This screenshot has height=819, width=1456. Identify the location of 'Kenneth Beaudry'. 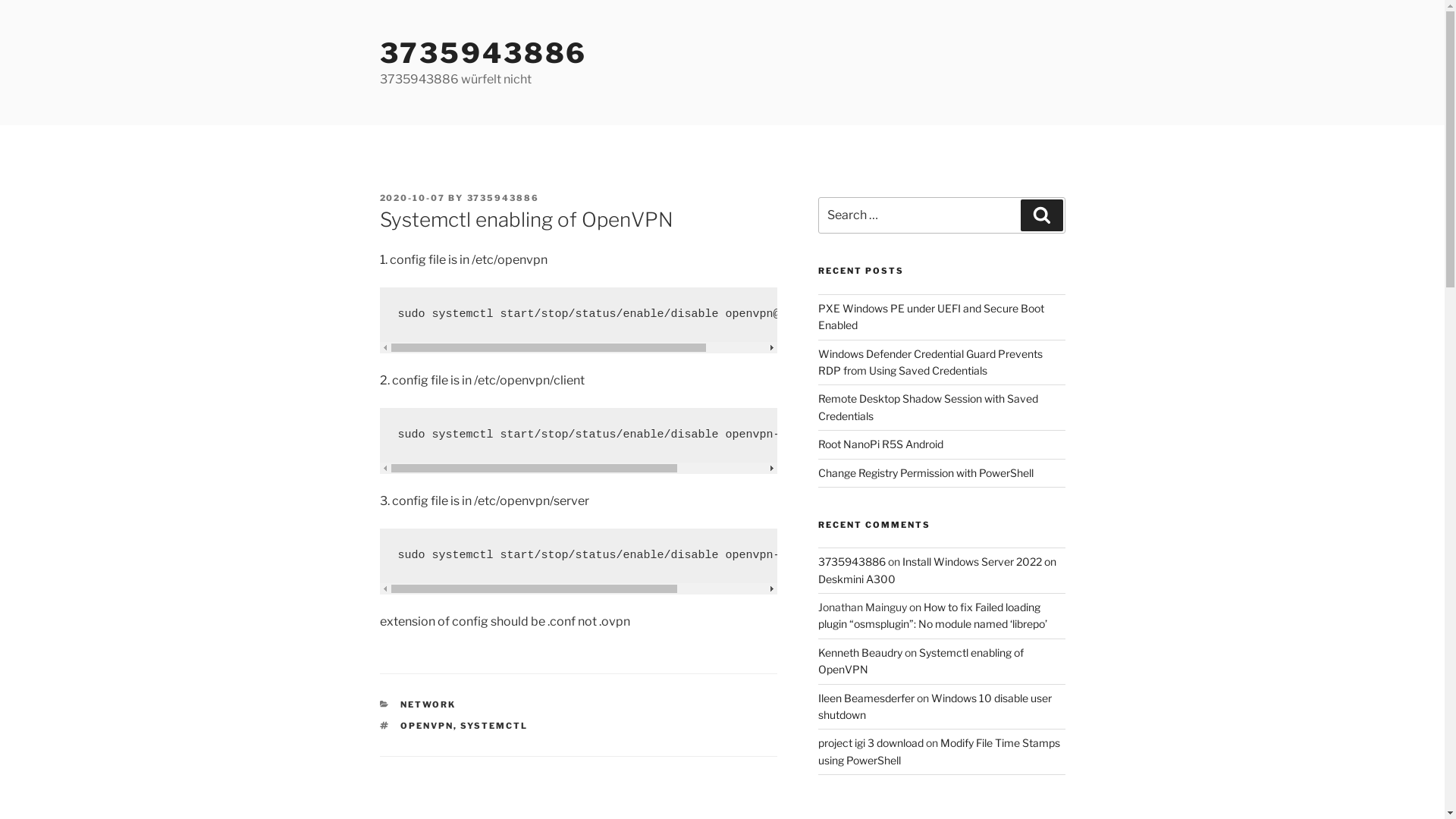
(860, 651).